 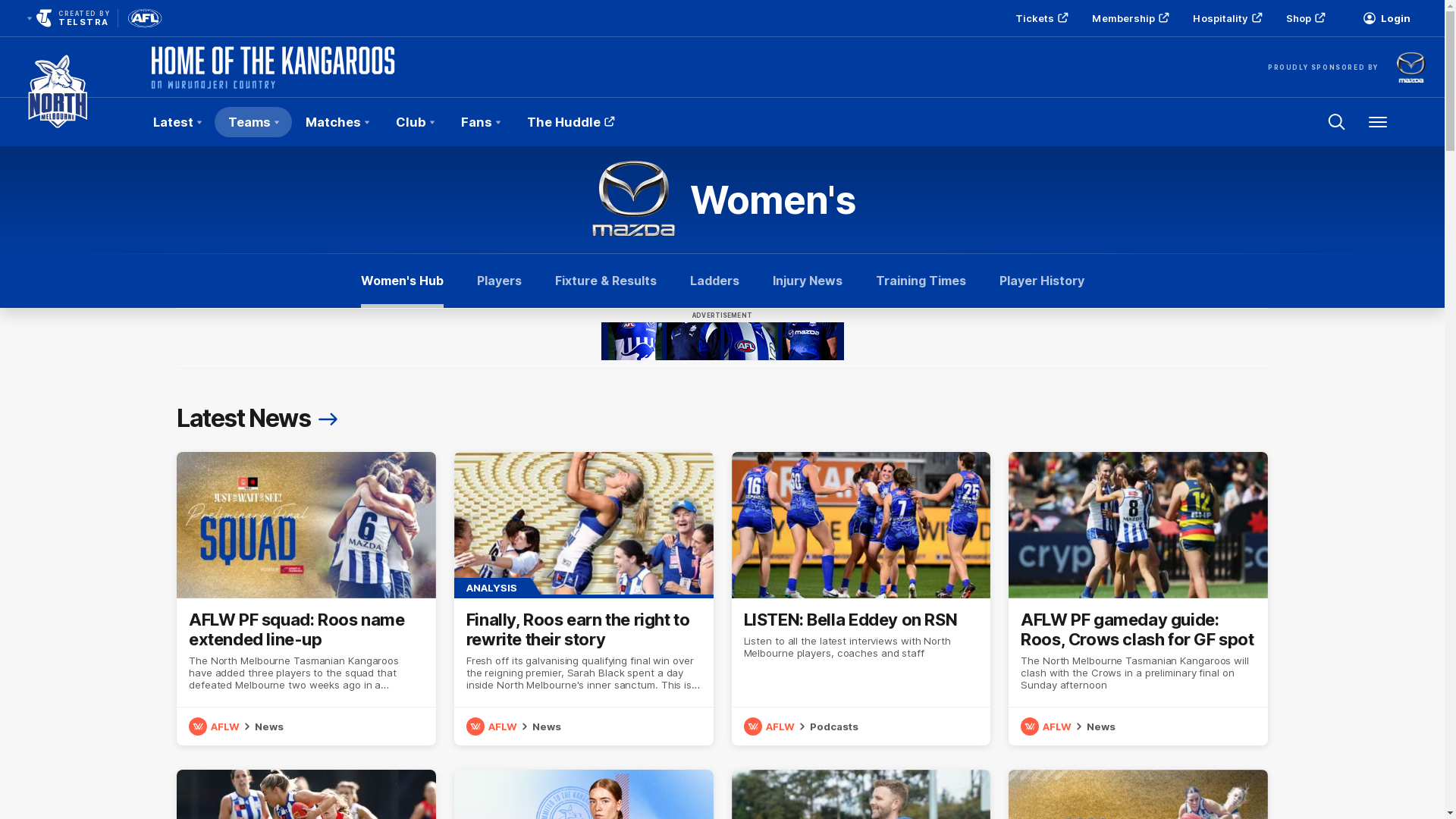 What do you see at coordinates (833, 725) in the screenshot?
I see `'Podcasts'` at bounding box center [833, 725].